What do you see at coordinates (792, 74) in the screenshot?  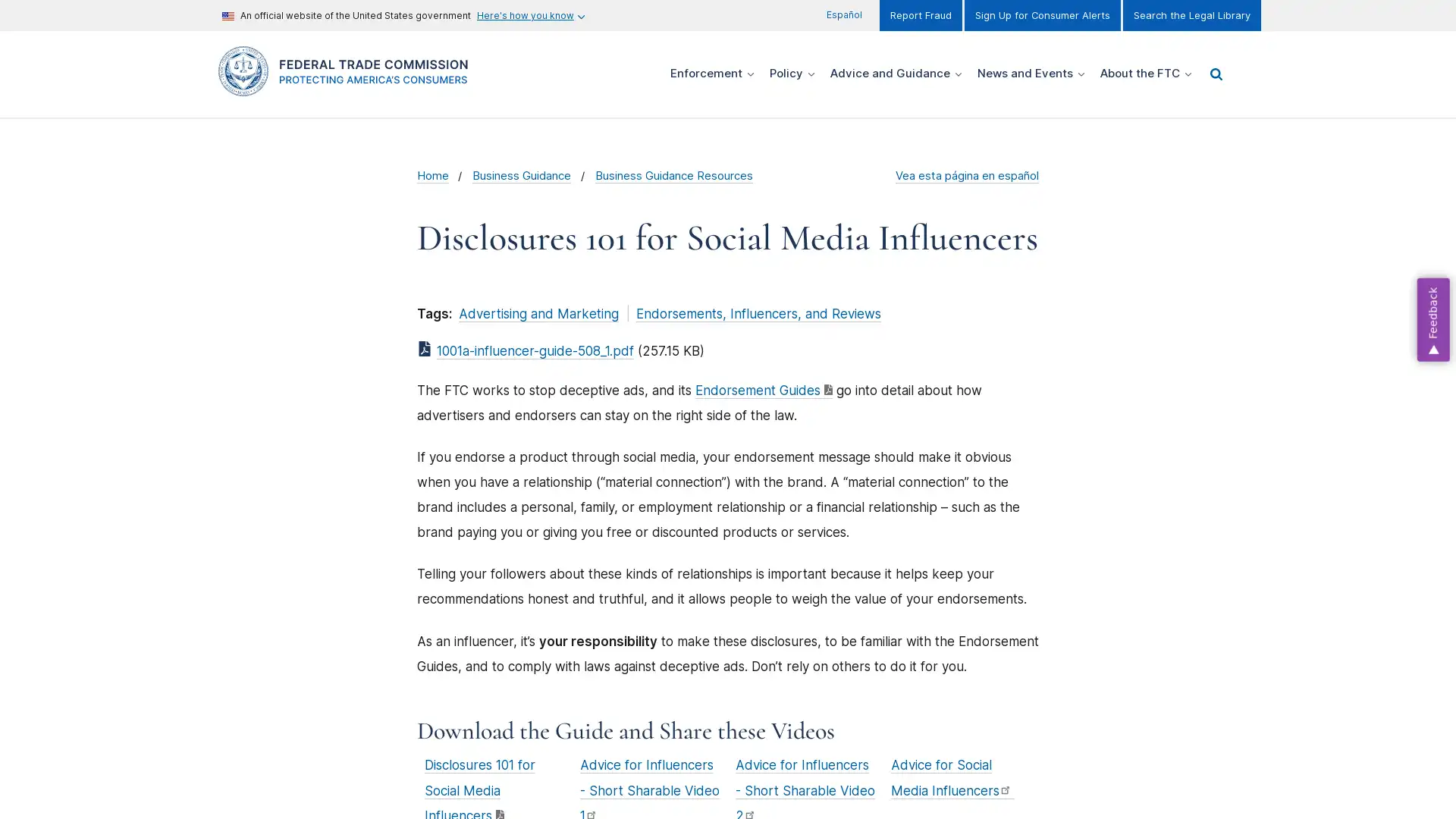 I see `Show/hide Policy menu items` at bounding box center [792, 74].